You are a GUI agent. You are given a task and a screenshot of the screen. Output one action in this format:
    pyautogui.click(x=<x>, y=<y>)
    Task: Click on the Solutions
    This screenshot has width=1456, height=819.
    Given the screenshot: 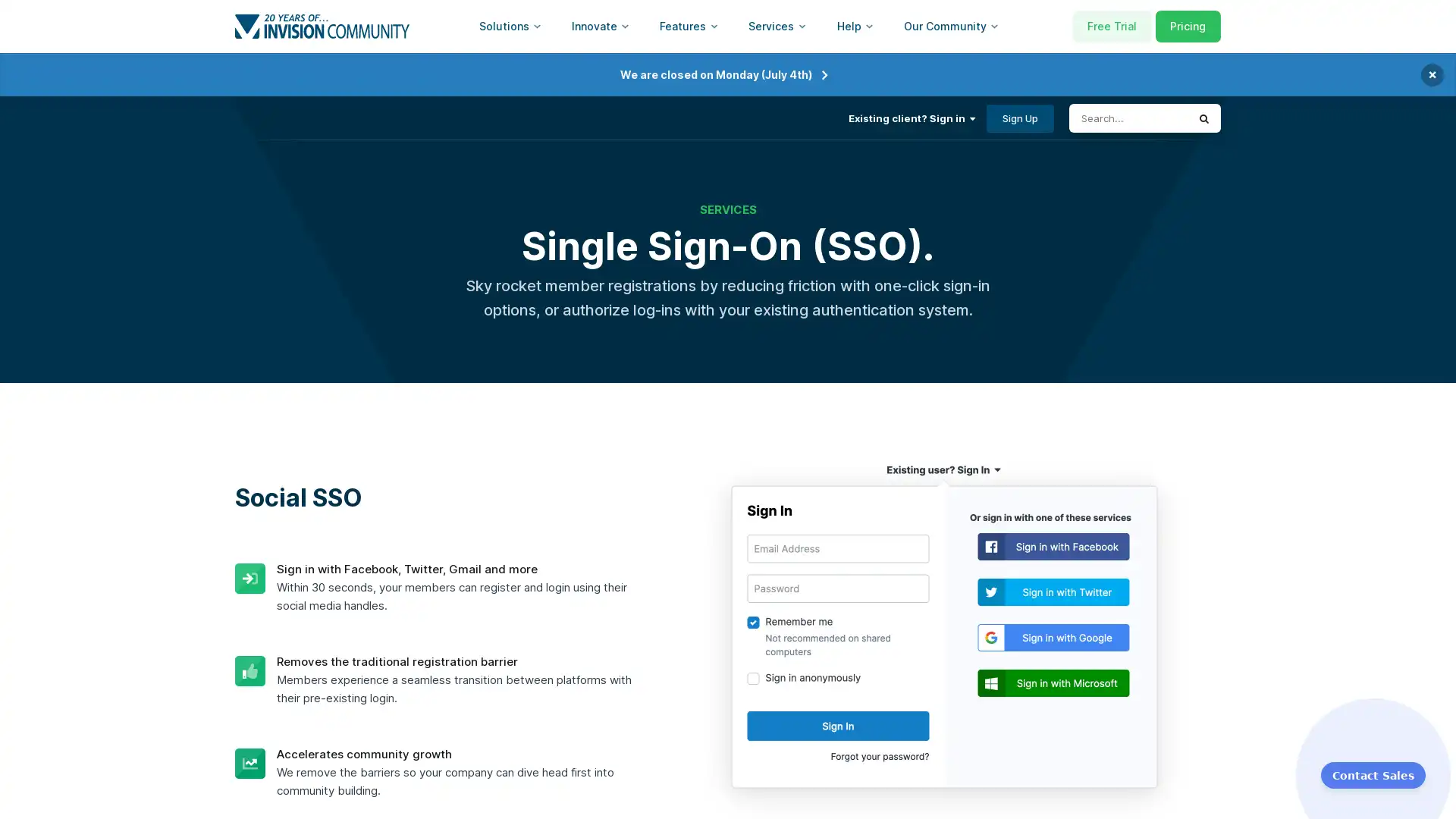 What is the action you would take?
    pyautogui.click(x=510, y=26)
    